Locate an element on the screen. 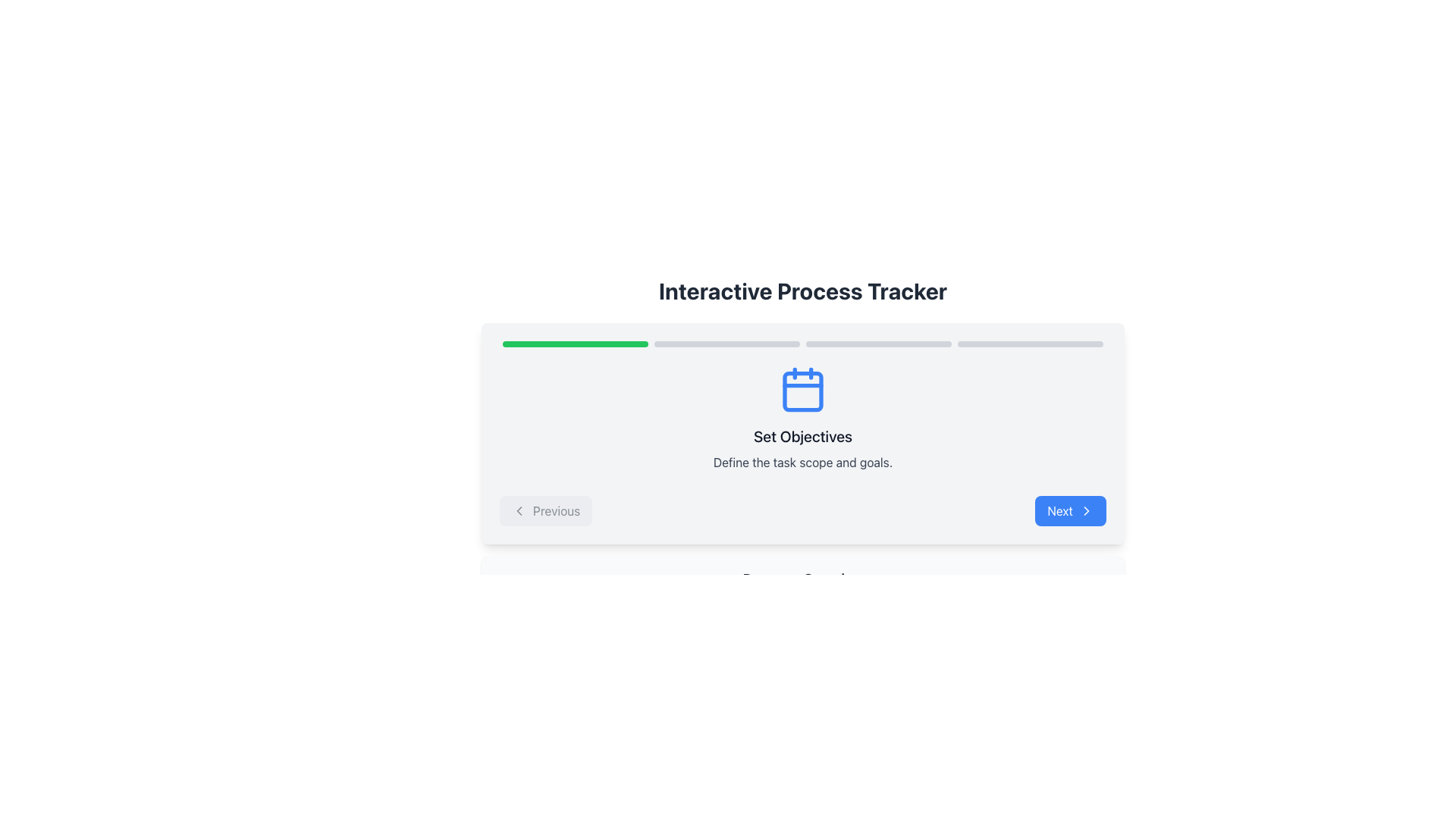  the central part of the calendar icon, which visually represents the calendar's body and is located beneath the hooks is located at coordinates (802, 391).